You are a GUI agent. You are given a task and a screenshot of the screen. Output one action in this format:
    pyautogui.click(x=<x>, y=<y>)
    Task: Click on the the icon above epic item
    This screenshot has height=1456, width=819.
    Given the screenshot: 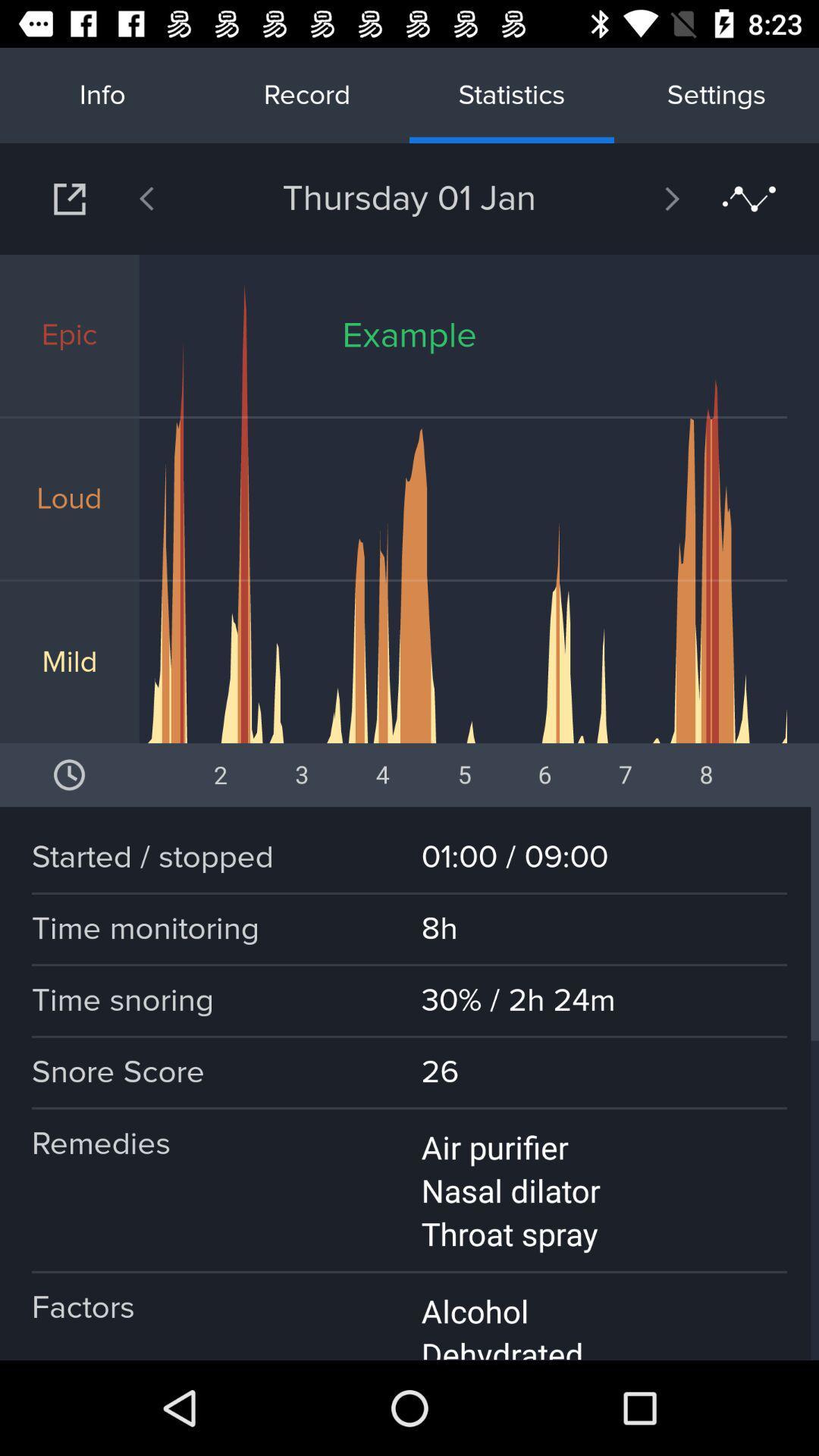 What is the action you would take?
    pyautogui.click(x=69, y=198)
    